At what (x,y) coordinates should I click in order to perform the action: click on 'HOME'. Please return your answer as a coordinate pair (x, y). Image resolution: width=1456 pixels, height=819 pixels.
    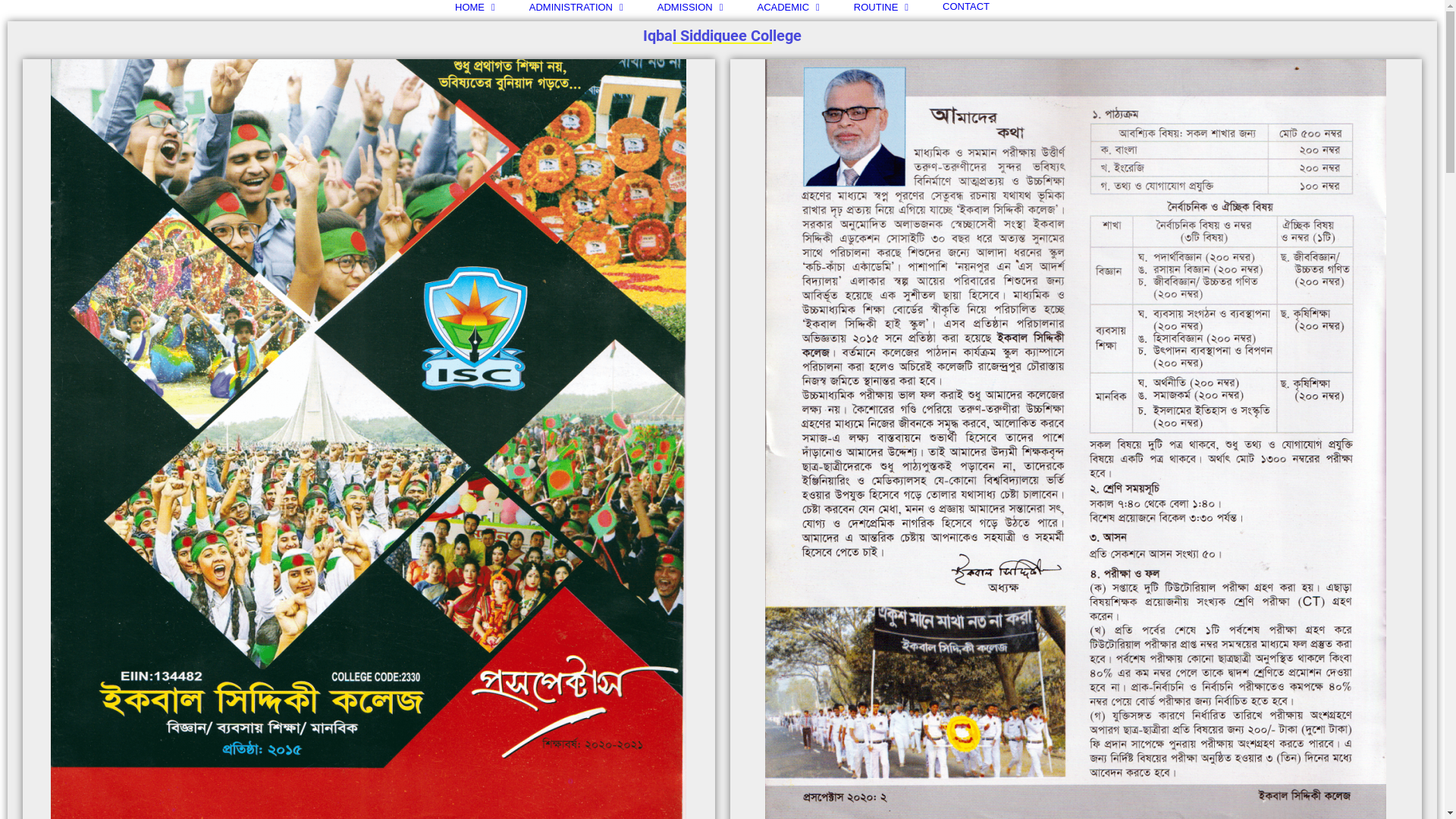
    Looking at the image, I should click on (474, 6).